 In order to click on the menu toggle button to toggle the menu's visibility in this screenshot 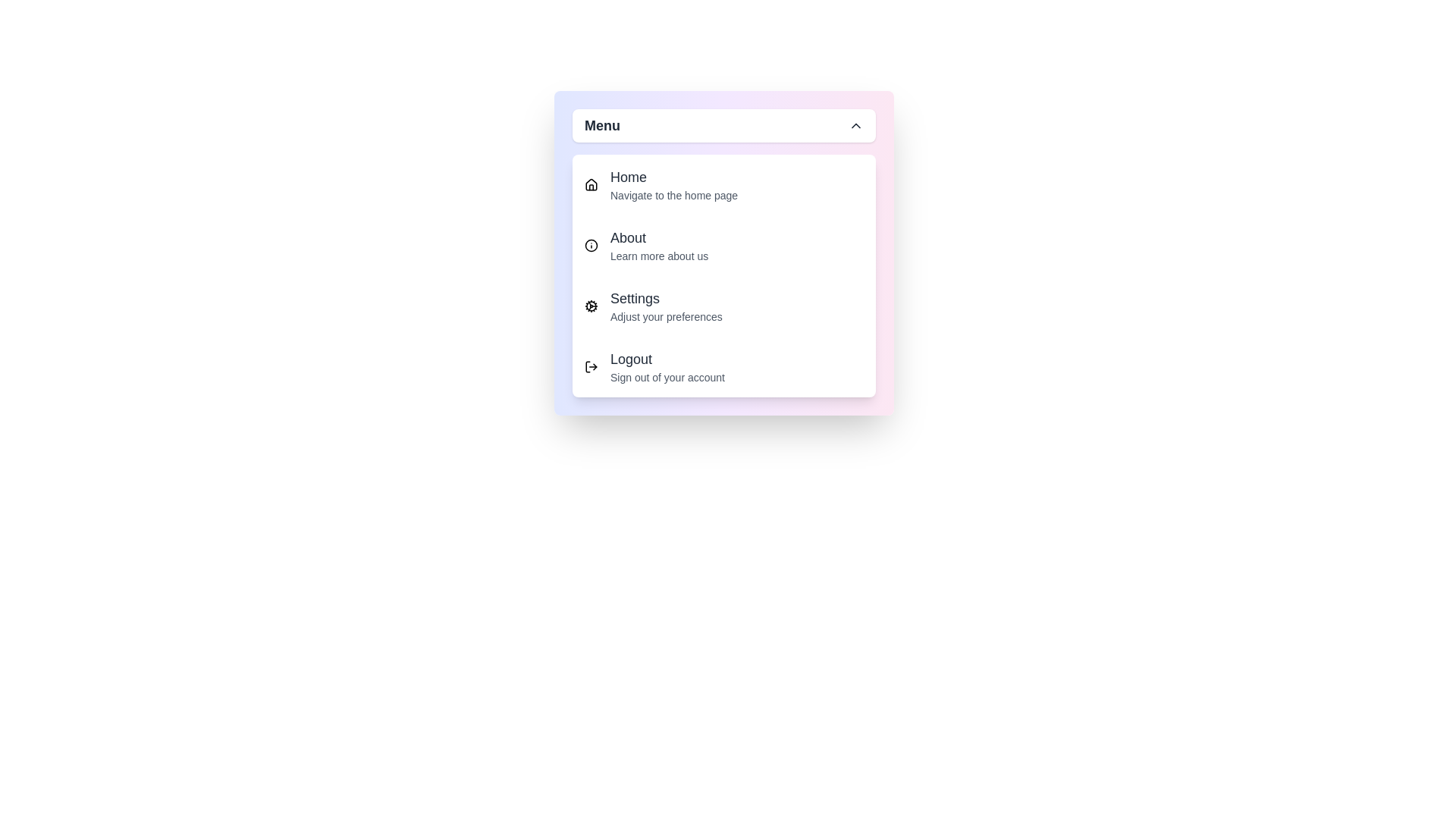, I will do `click(723, 124)`.